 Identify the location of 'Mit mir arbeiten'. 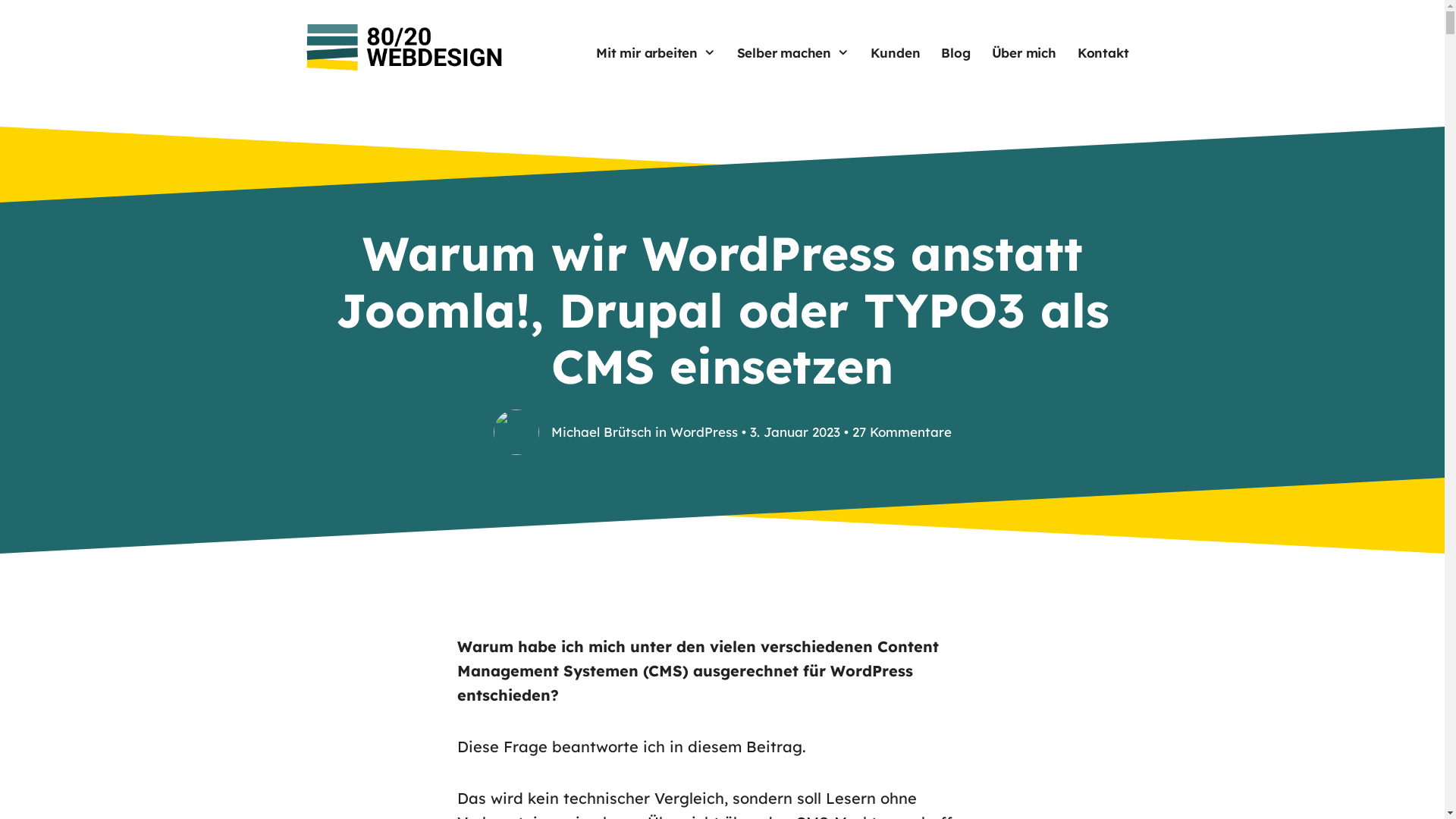
(655, 52).